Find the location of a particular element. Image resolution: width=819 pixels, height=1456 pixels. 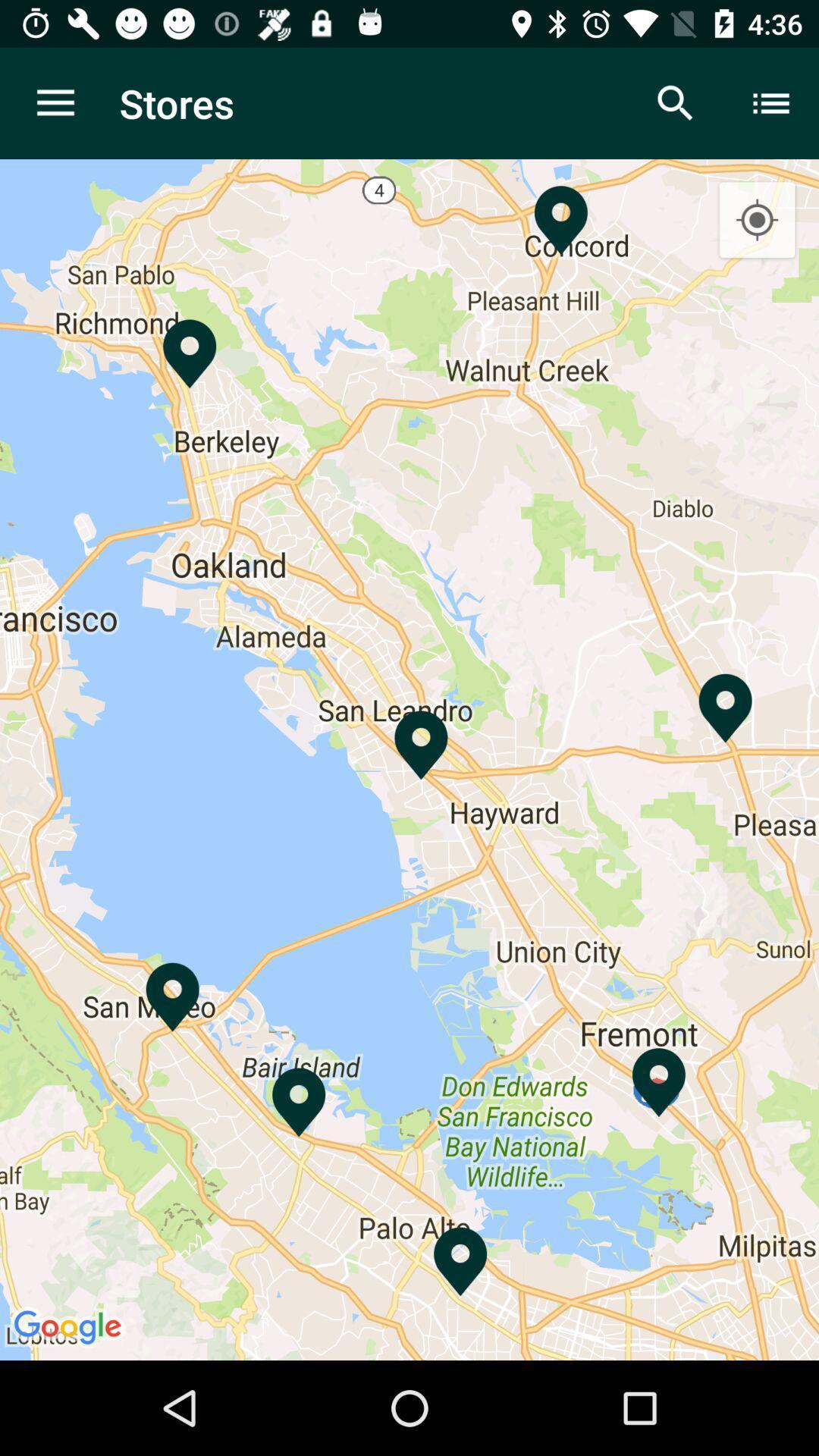

app to the left of stores item is located at coordinates (55, 102).